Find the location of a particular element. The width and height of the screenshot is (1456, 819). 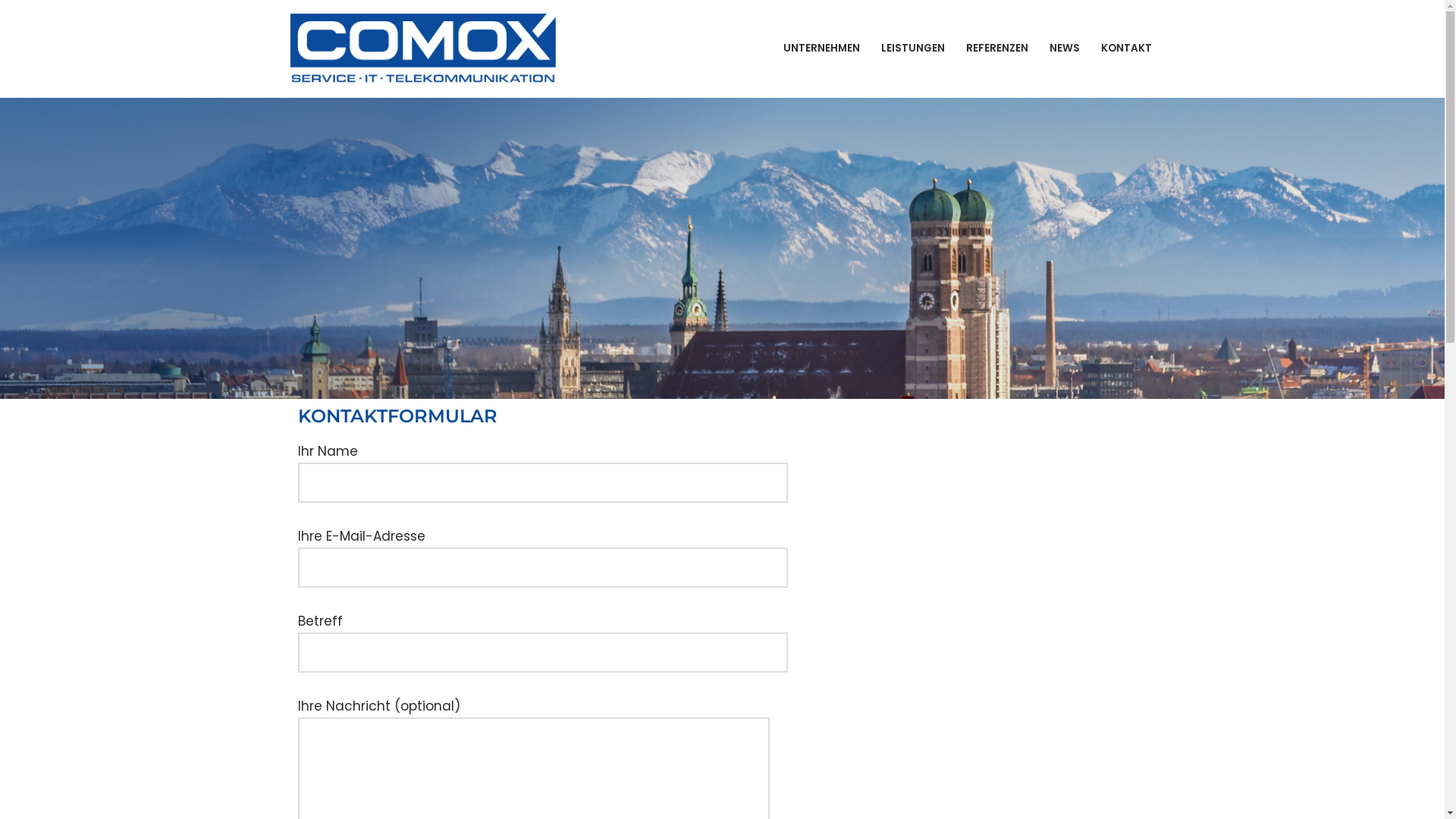

'NEWS' is located at coordinates (1063, 47).